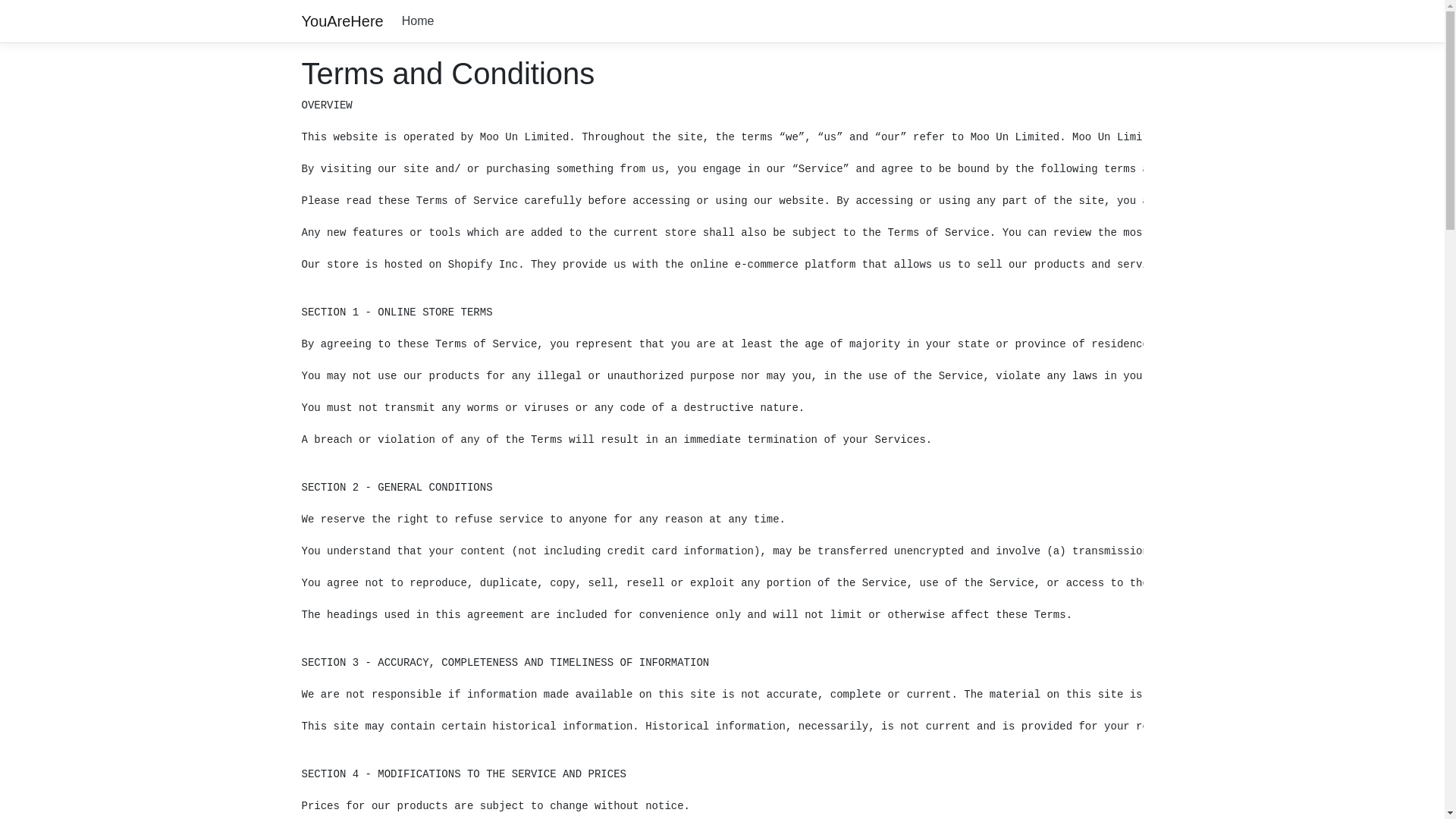 This screenshot has height=819, width=1456. I want to click on 'Home', so click(418, 20).